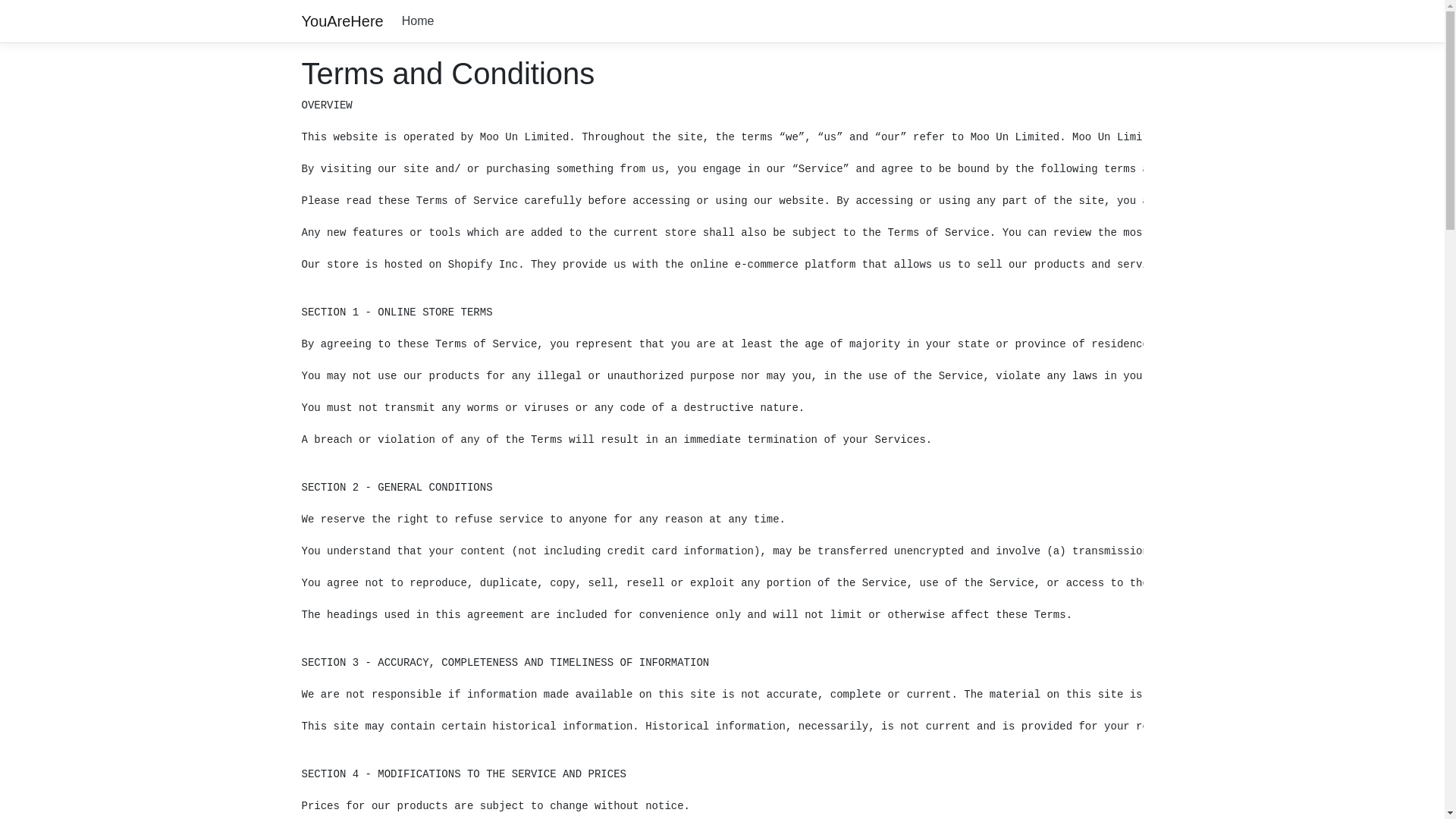 This screenshot has height=819, width=1456. I want to click on 'Home', so click(418, 20).